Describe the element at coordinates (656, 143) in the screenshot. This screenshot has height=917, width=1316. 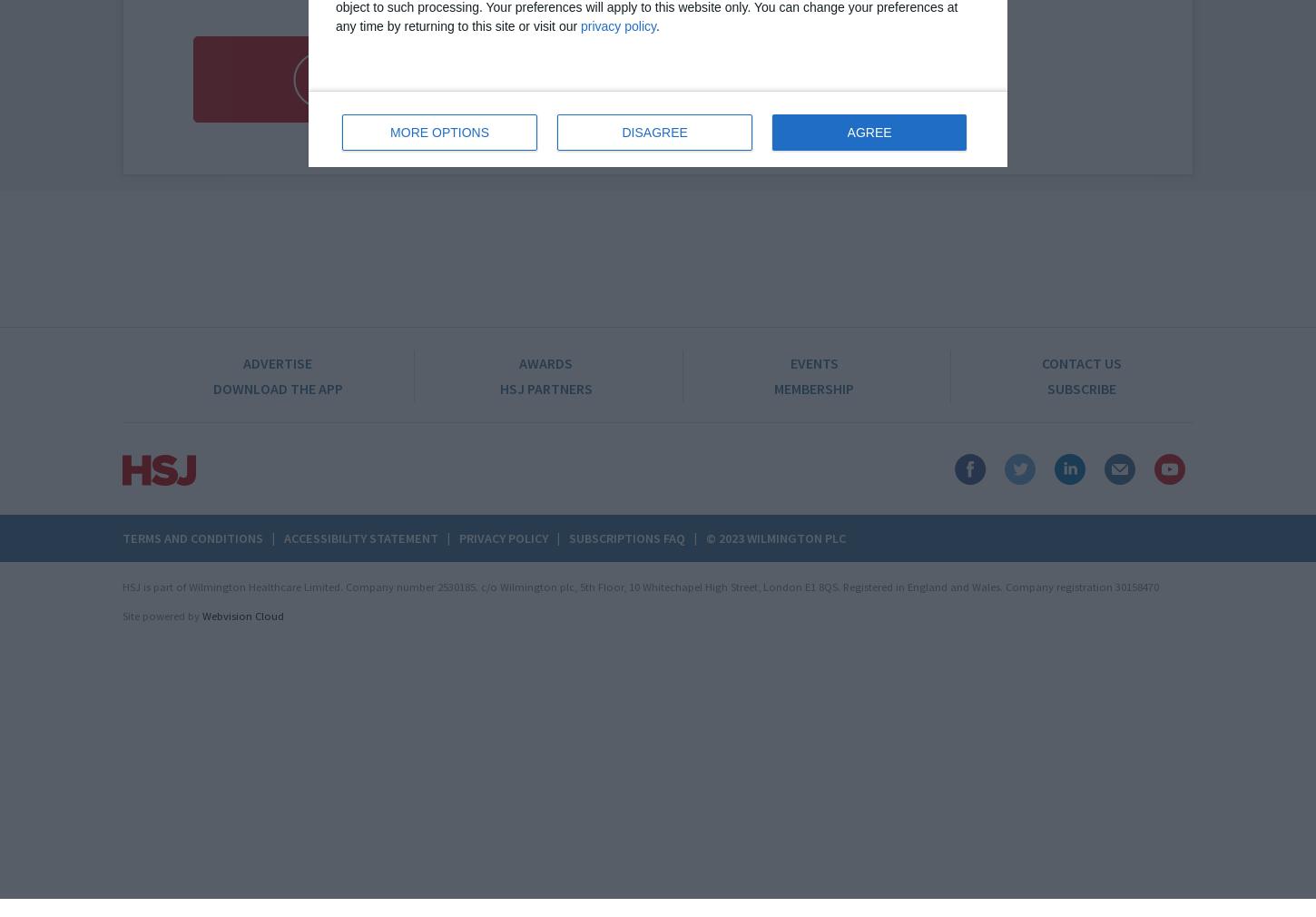
I see `'Sign into your account here'` at that location.